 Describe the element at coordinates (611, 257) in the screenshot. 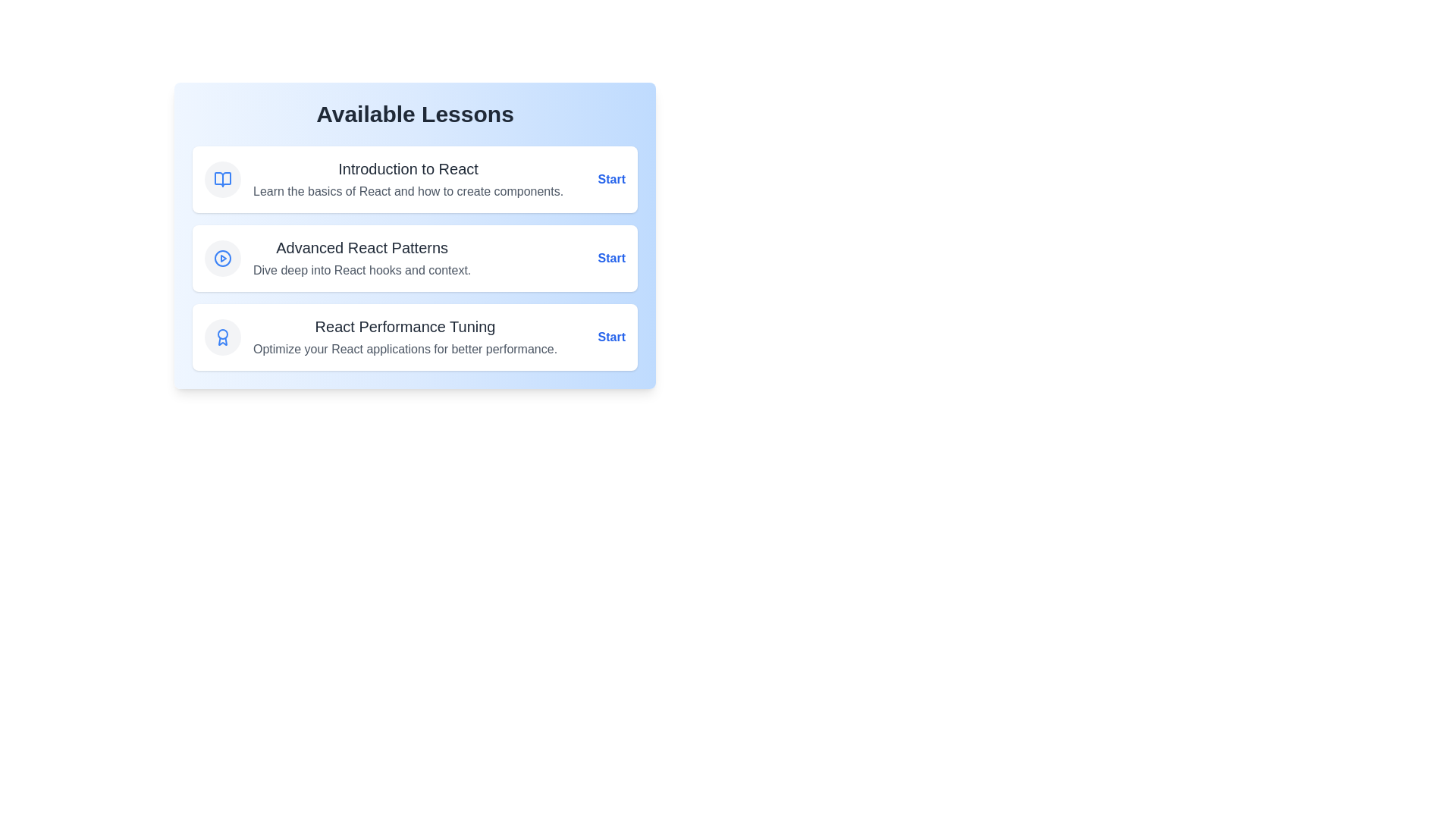

I see `the 'Start' link for the lesson titled Advanced React Patterns` at that location.